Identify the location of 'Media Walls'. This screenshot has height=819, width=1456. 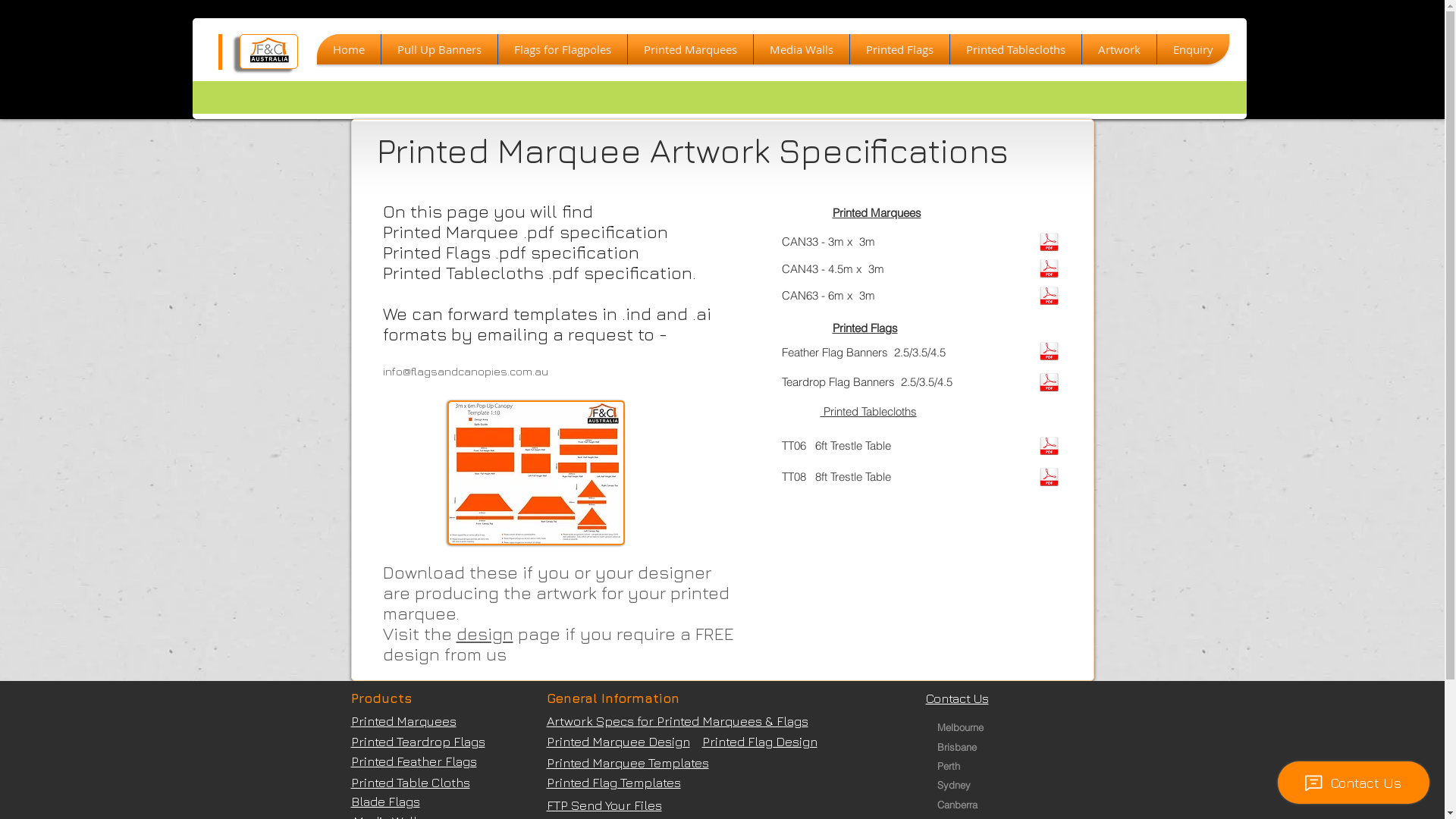
(753, 49).